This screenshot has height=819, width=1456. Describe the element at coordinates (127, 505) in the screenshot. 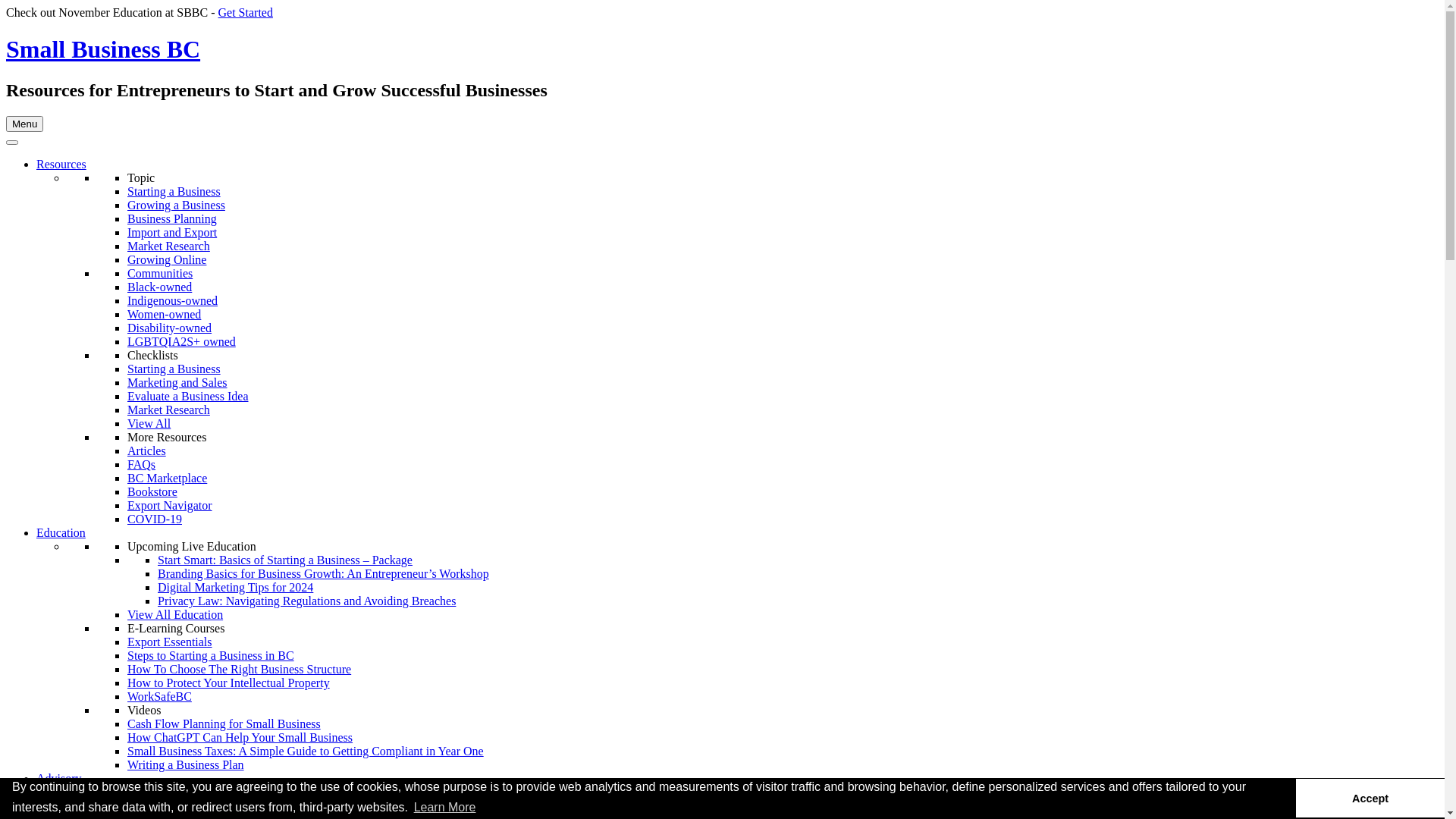

I see `'Export Navigator'` at that location.